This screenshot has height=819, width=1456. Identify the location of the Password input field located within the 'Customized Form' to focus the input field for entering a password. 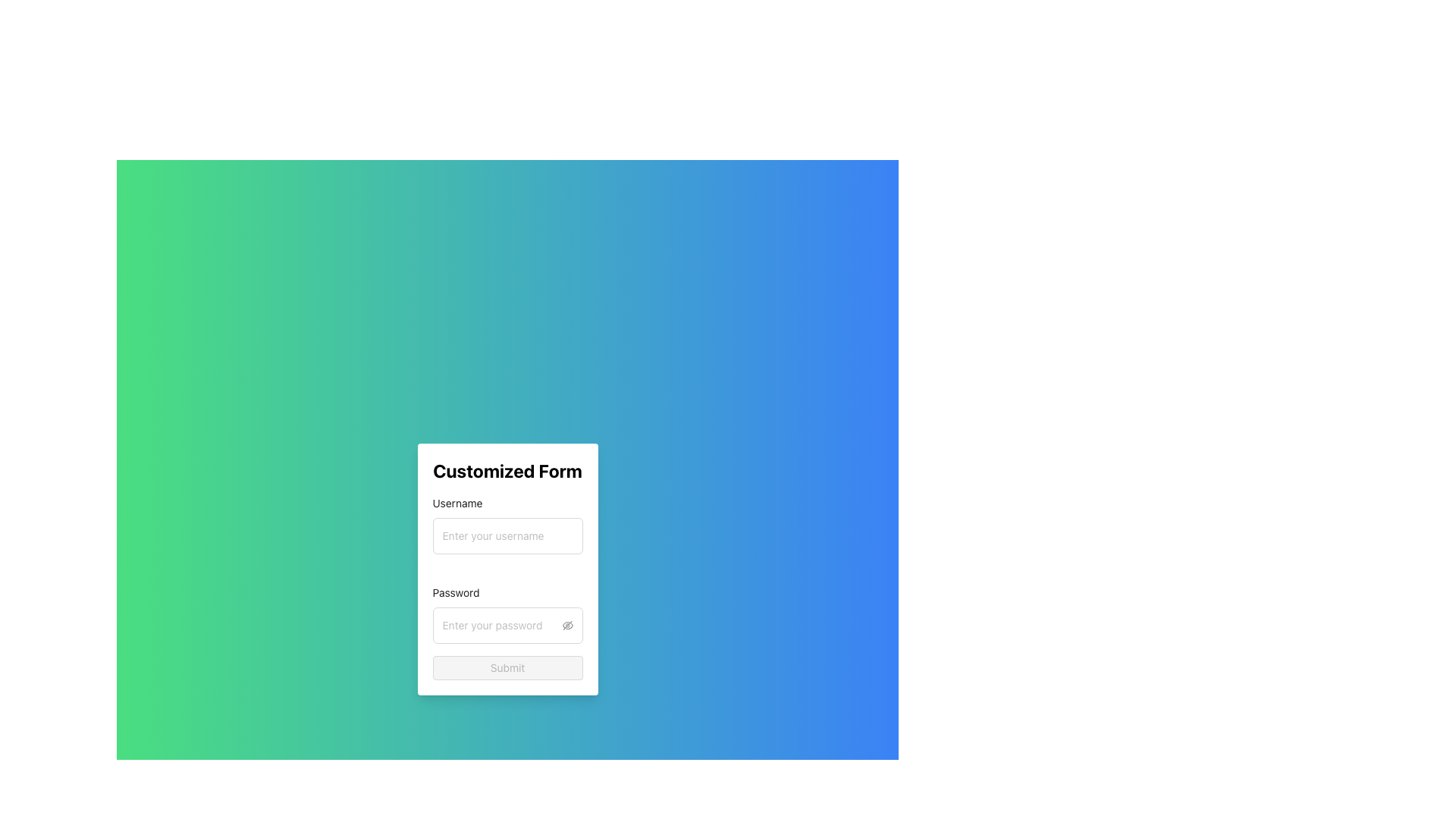
(507, 614).